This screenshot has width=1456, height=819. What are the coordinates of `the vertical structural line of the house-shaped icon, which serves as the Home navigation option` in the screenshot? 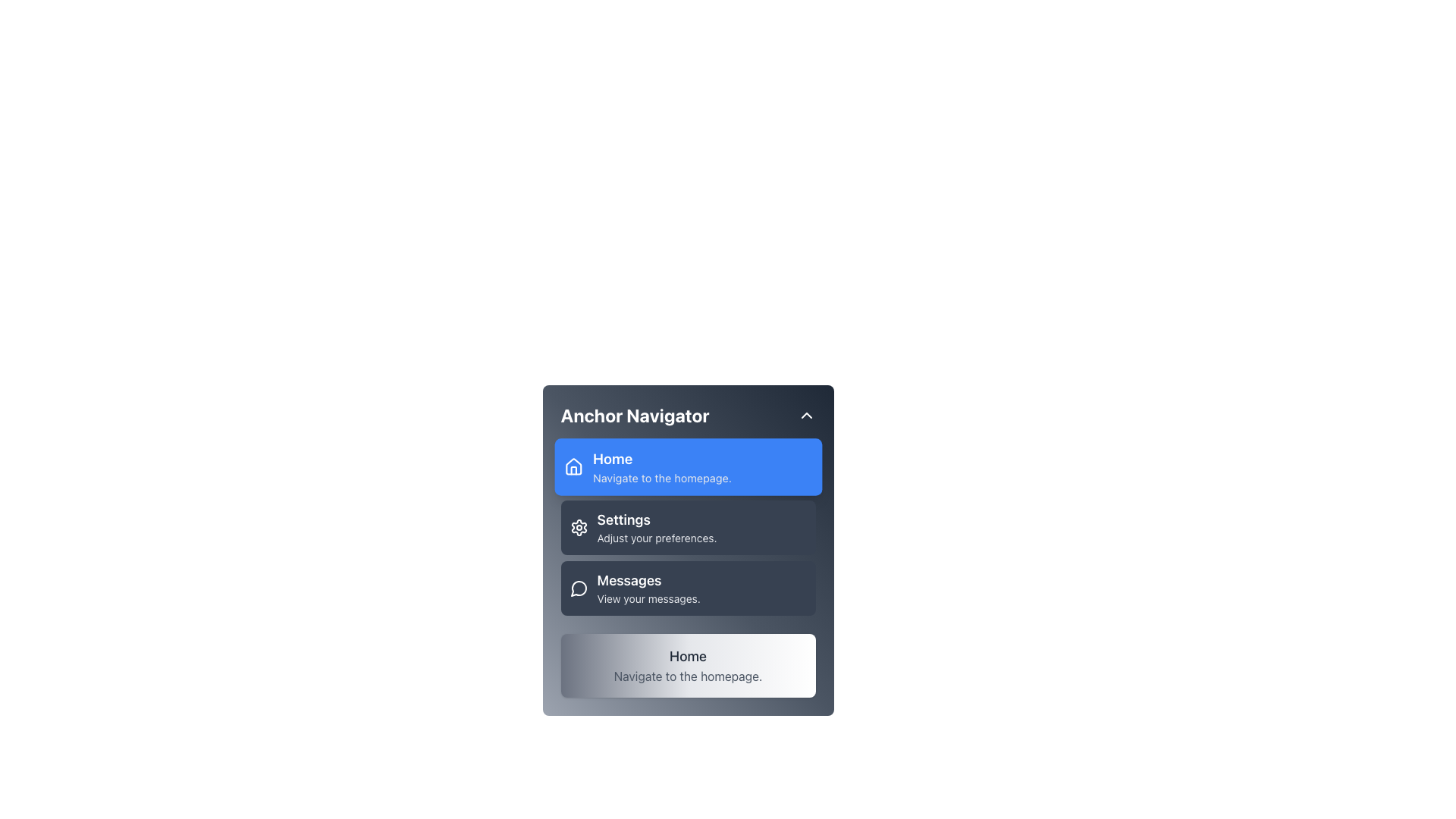 It's located at (573, 469).